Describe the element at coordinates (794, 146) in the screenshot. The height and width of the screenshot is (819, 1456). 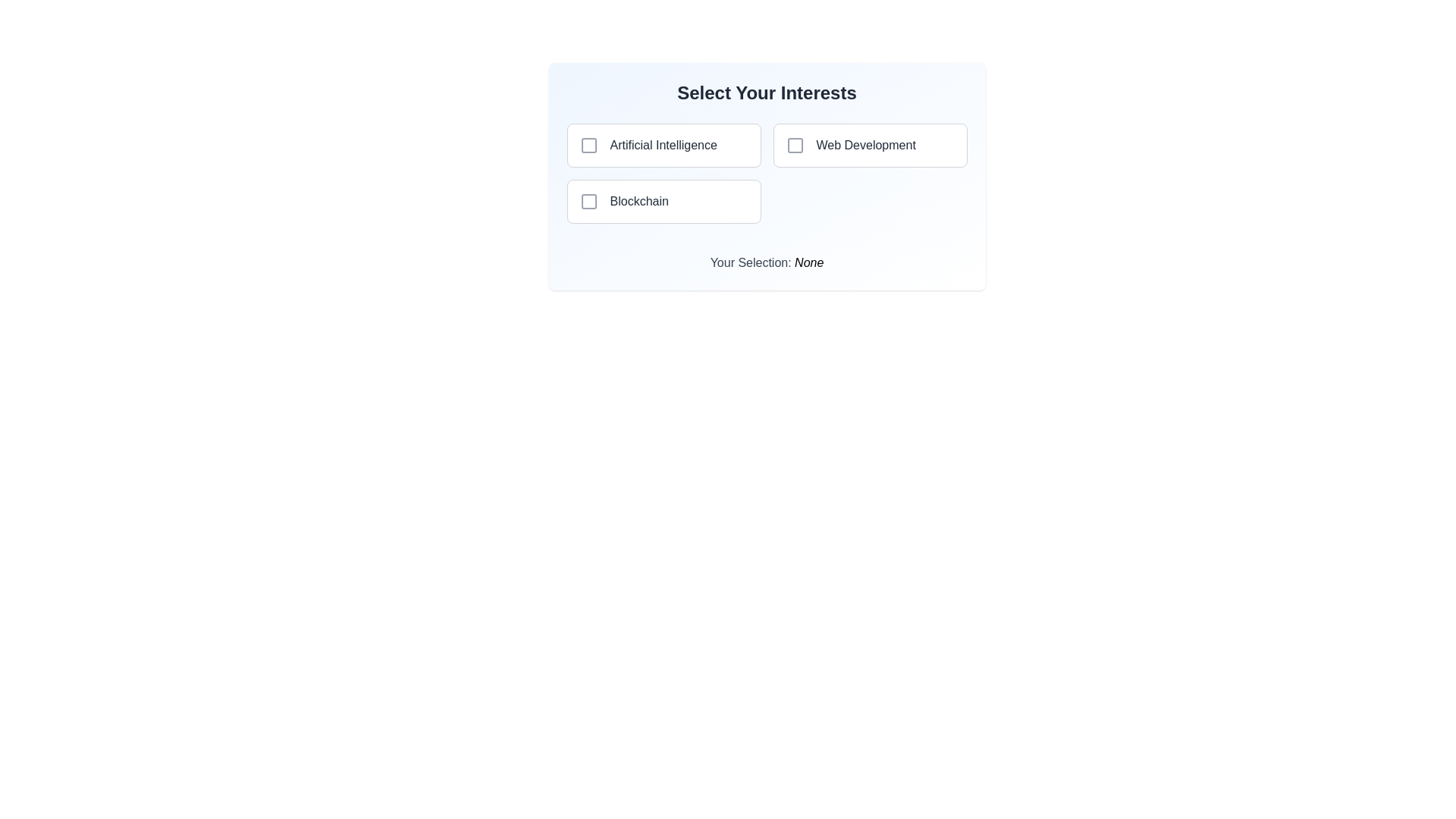
I see `the checkbox located in the 'Select Your Interests' section` at that location.